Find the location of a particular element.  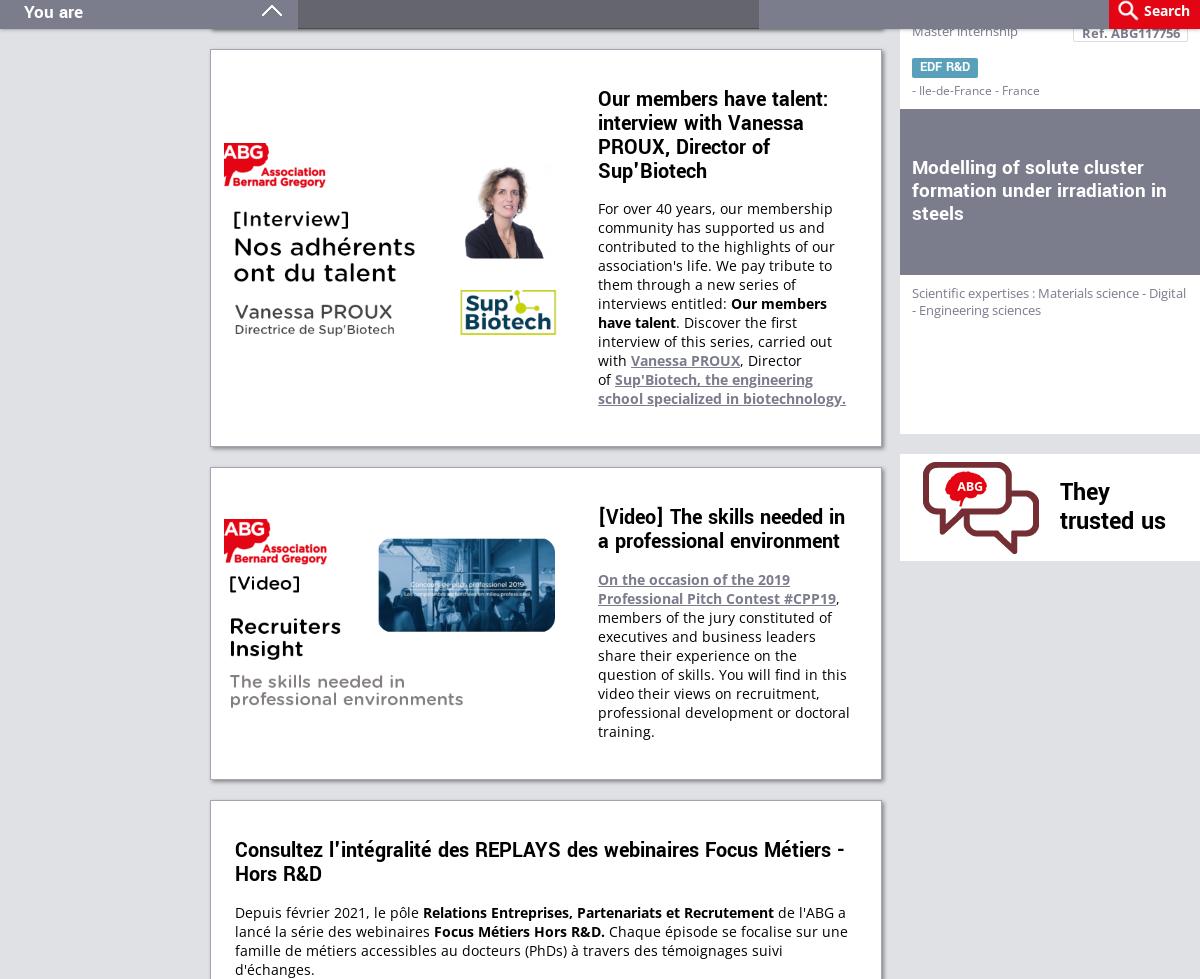

'Depuis février 2021, le pôle' is located at coordinates (329, 910).